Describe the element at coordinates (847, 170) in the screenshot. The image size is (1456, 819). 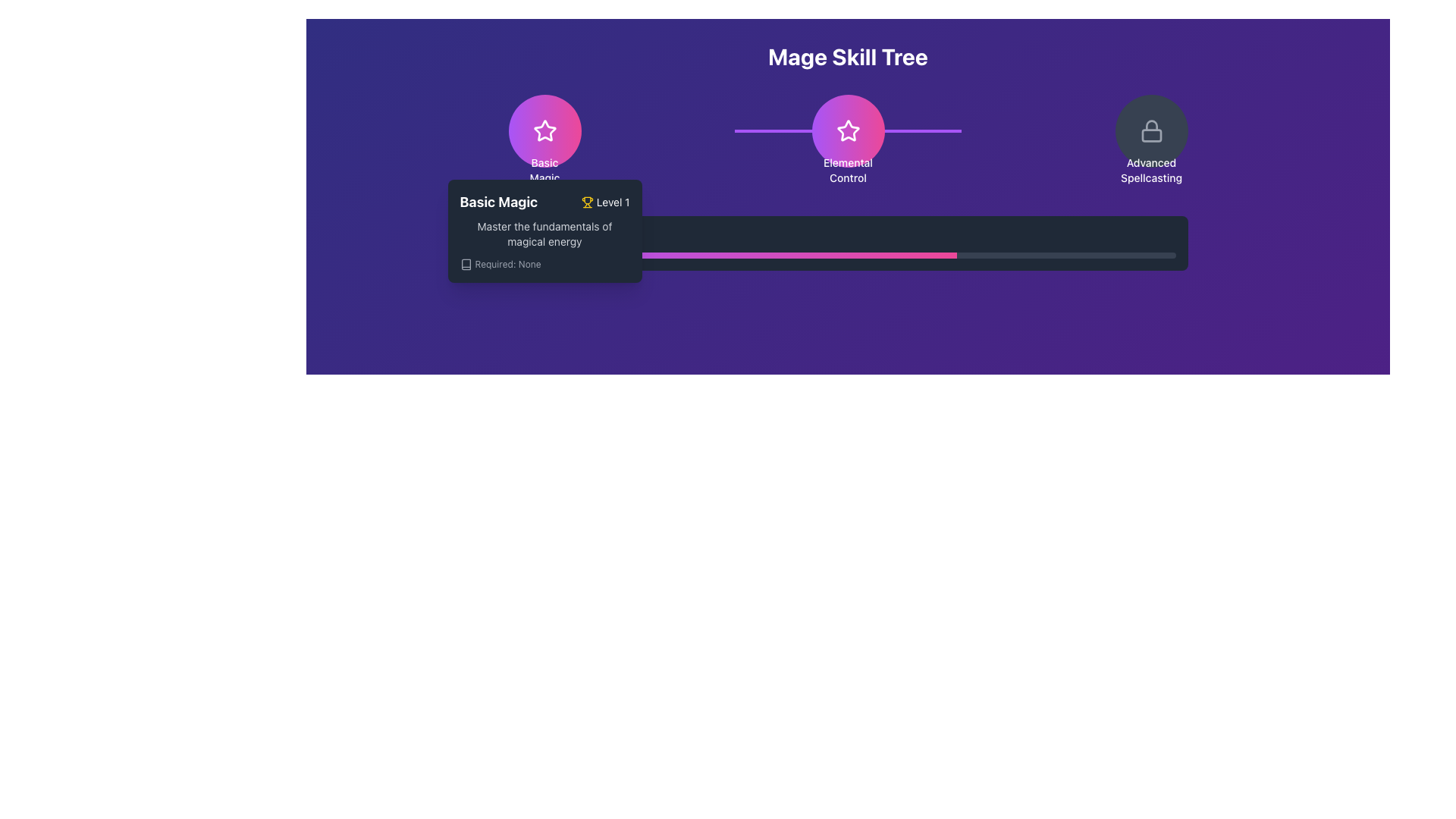
I see `the 'Elemental Control' text label, which is positioned directly below the main circular icon in the skill tree layout` at that location.